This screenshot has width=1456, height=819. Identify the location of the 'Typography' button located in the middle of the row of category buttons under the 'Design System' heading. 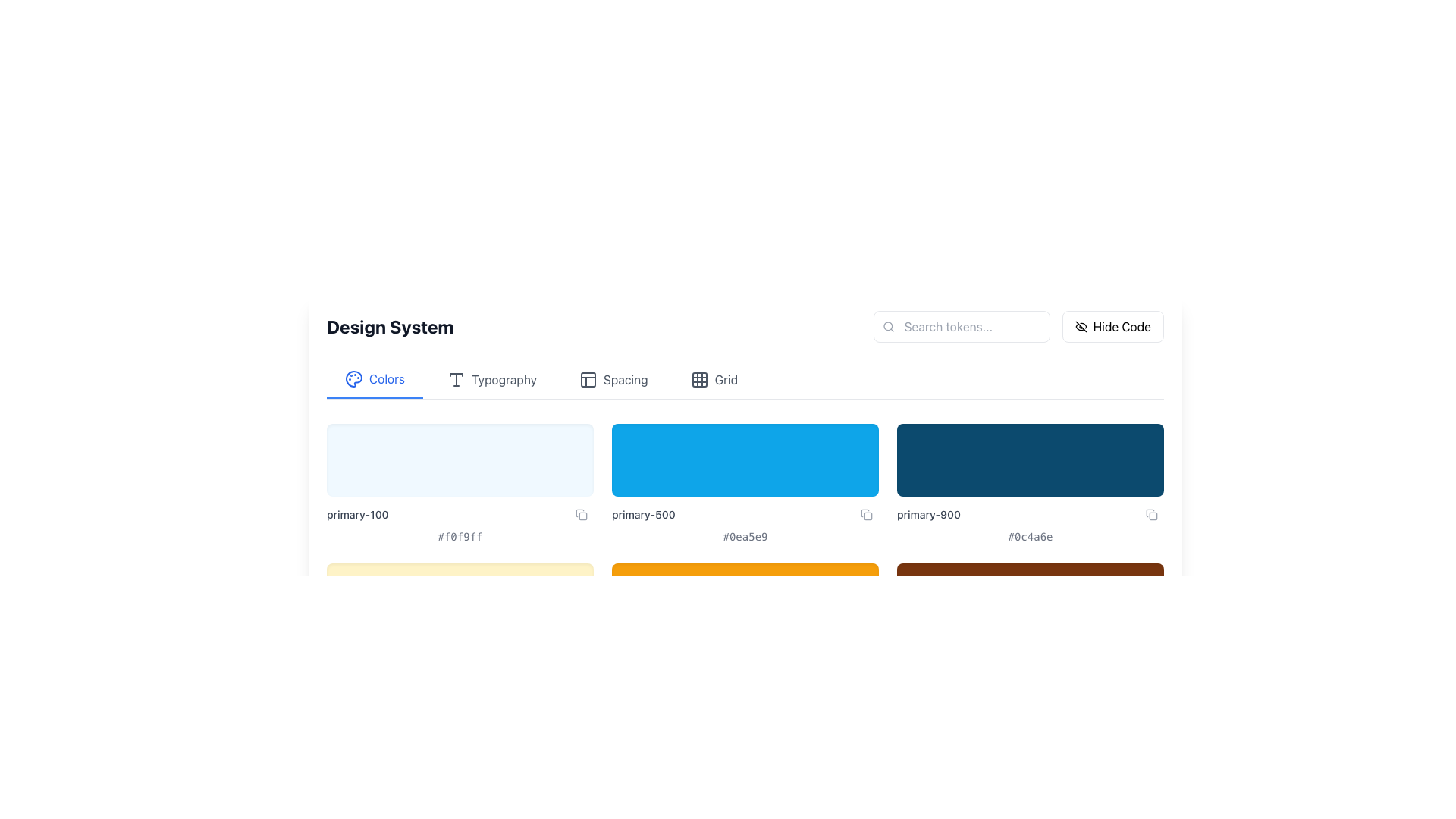
(491, 379).